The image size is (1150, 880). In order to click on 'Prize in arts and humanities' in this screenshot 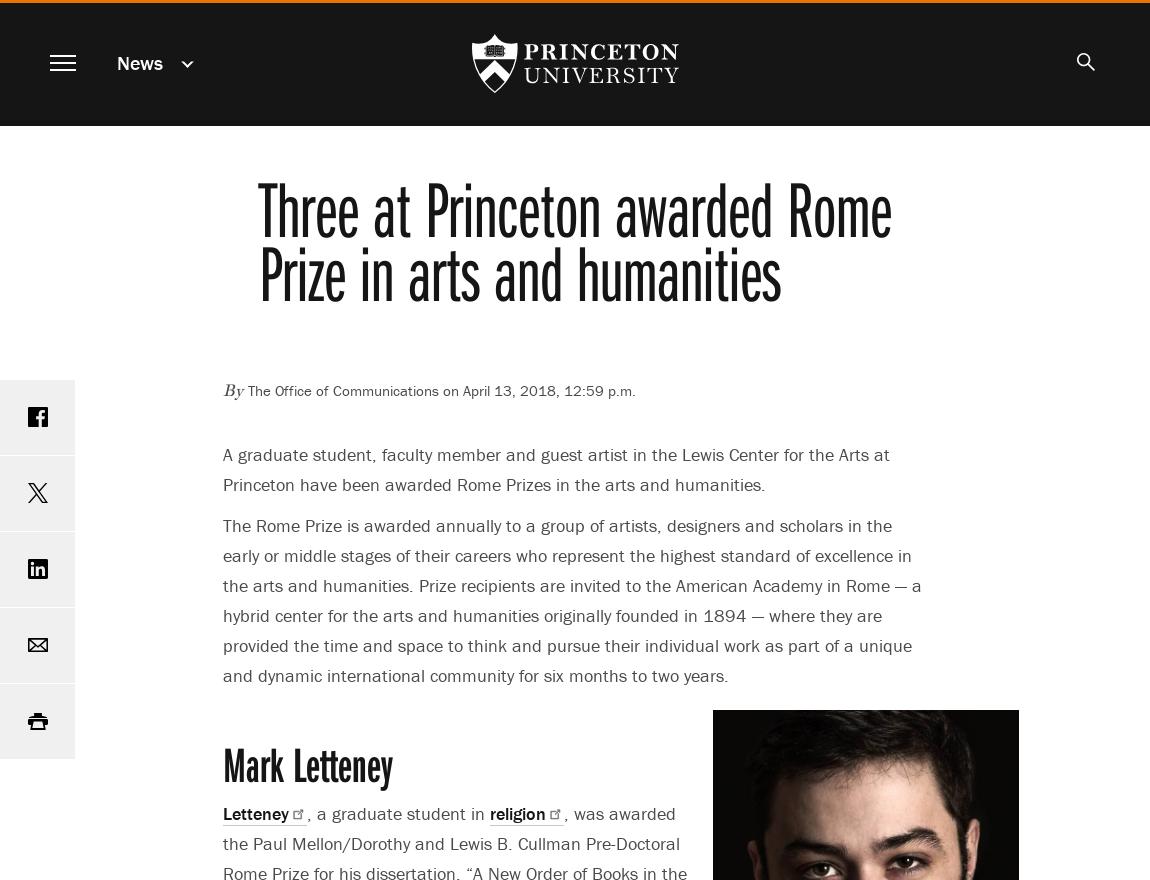, I will do `click(518, 271)`.